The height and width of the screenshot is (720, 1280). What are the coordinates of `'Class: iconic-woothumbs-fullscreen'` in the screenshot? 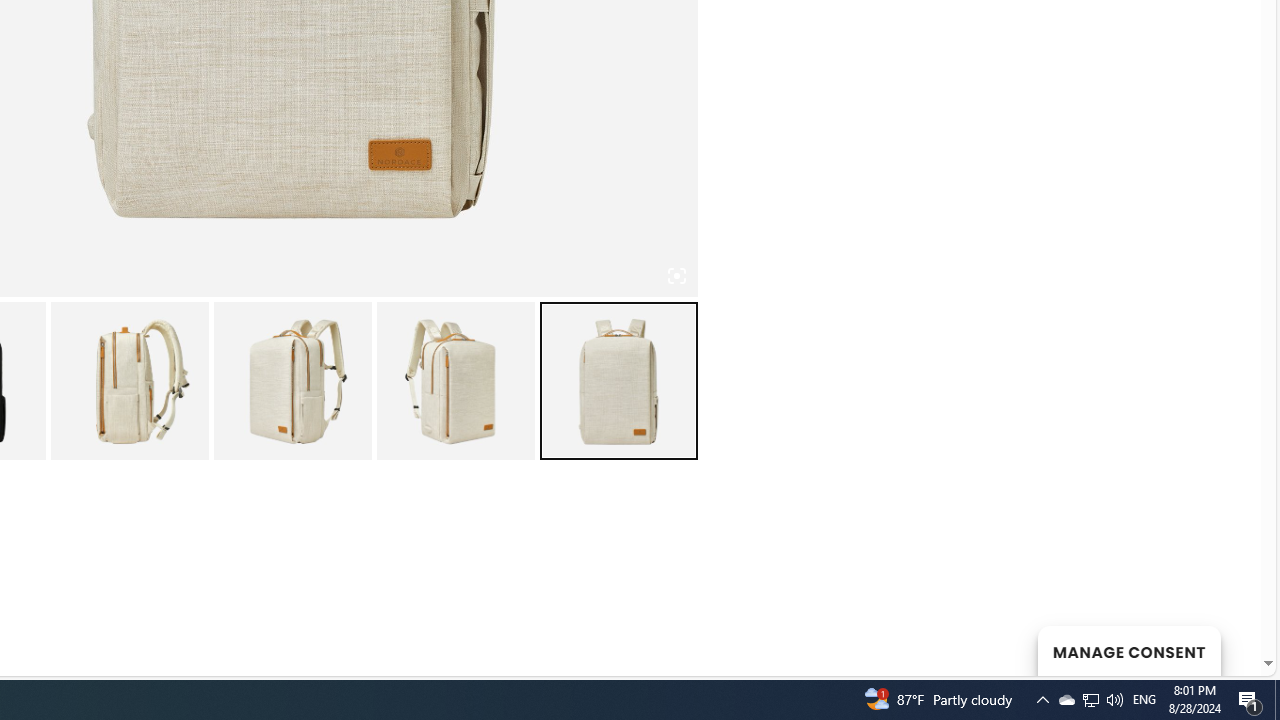 It's located at (676, 276).